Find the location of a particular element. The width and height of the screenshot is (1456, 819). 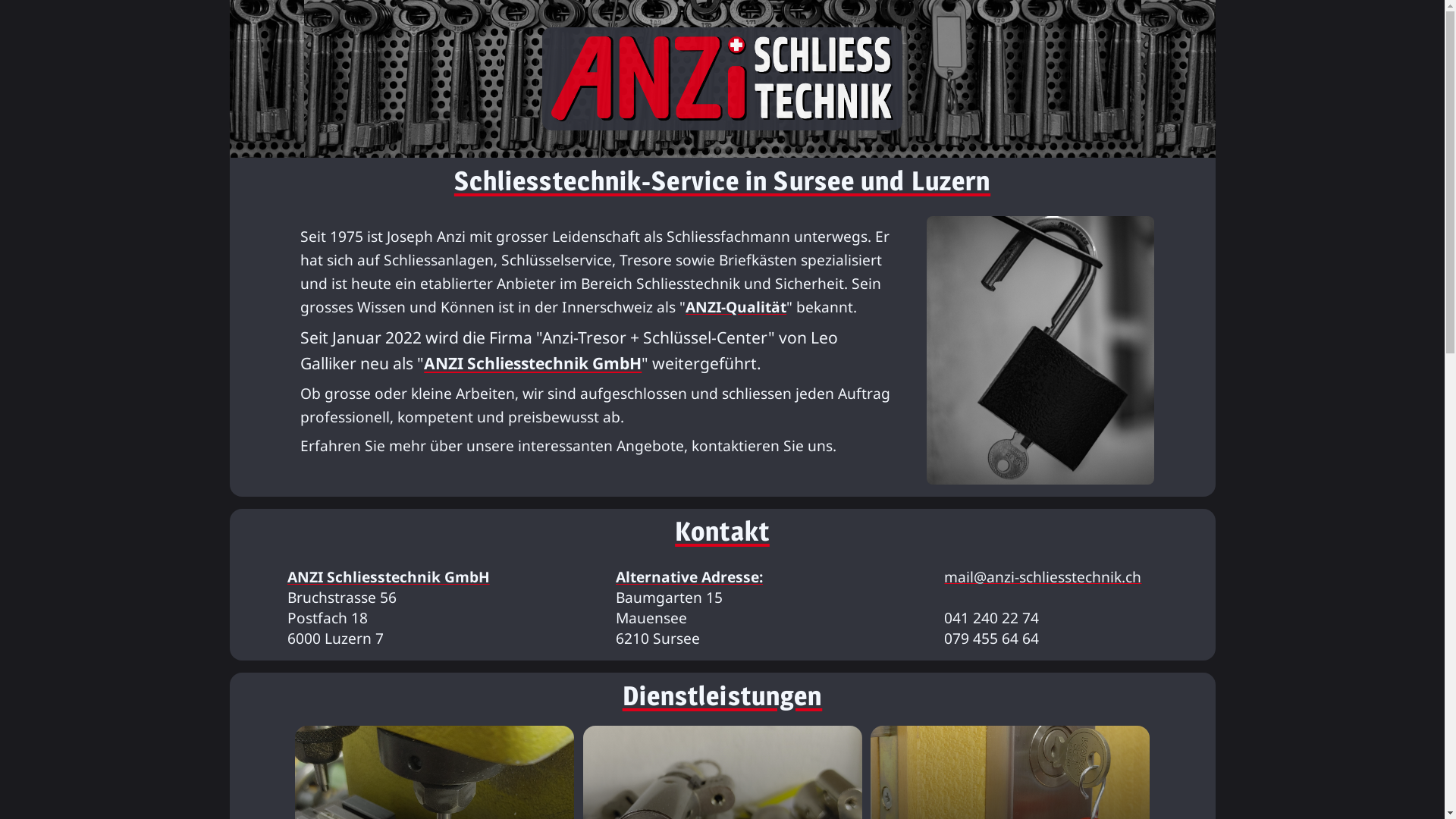

'mail@anzi-schliesstechnik.ch' is located at coordinates (1041, 576).